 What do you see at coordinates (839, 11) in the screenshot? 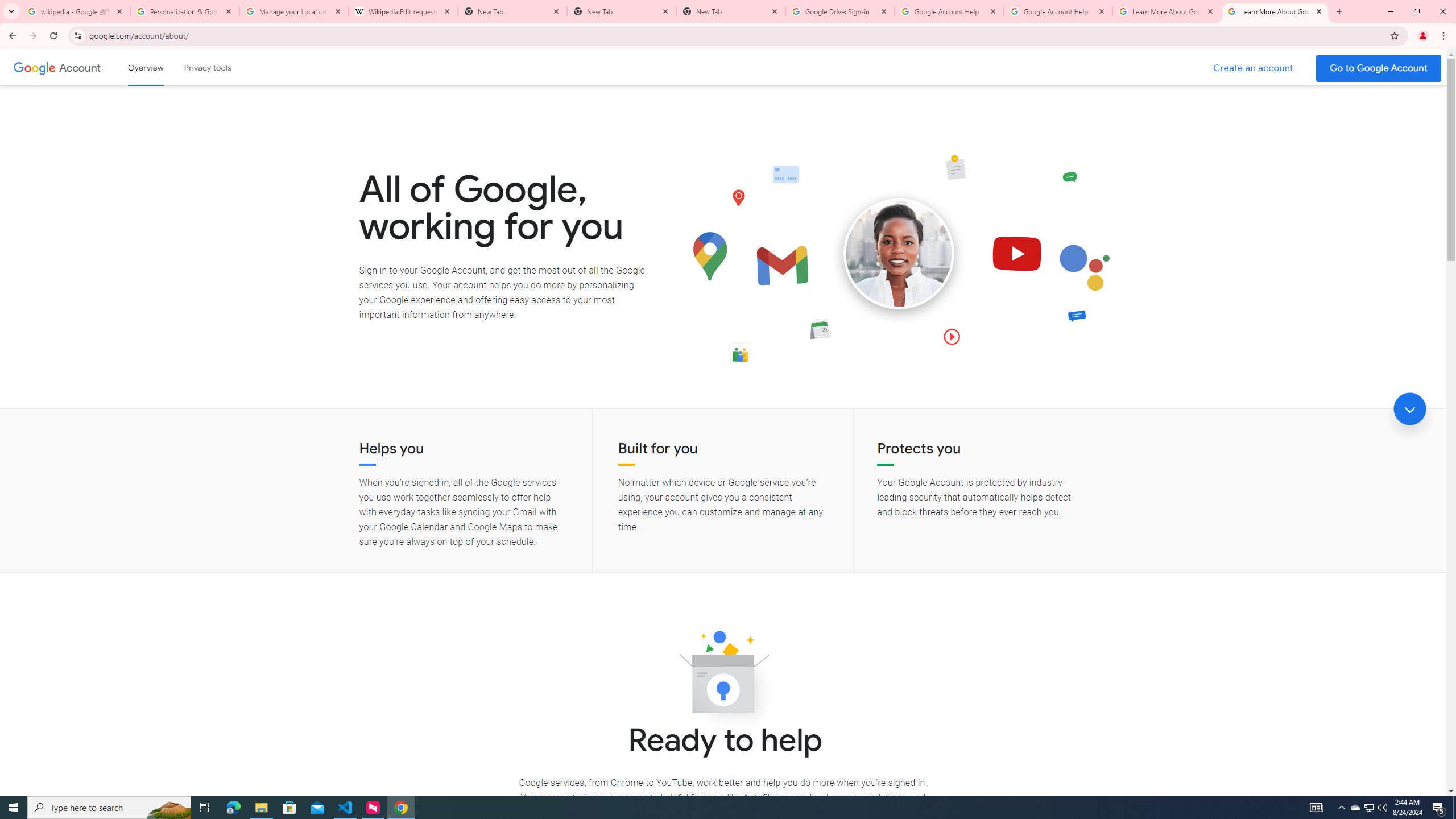
I see `'Google Drive: Sign-in'` at bounding box center [839, 11].